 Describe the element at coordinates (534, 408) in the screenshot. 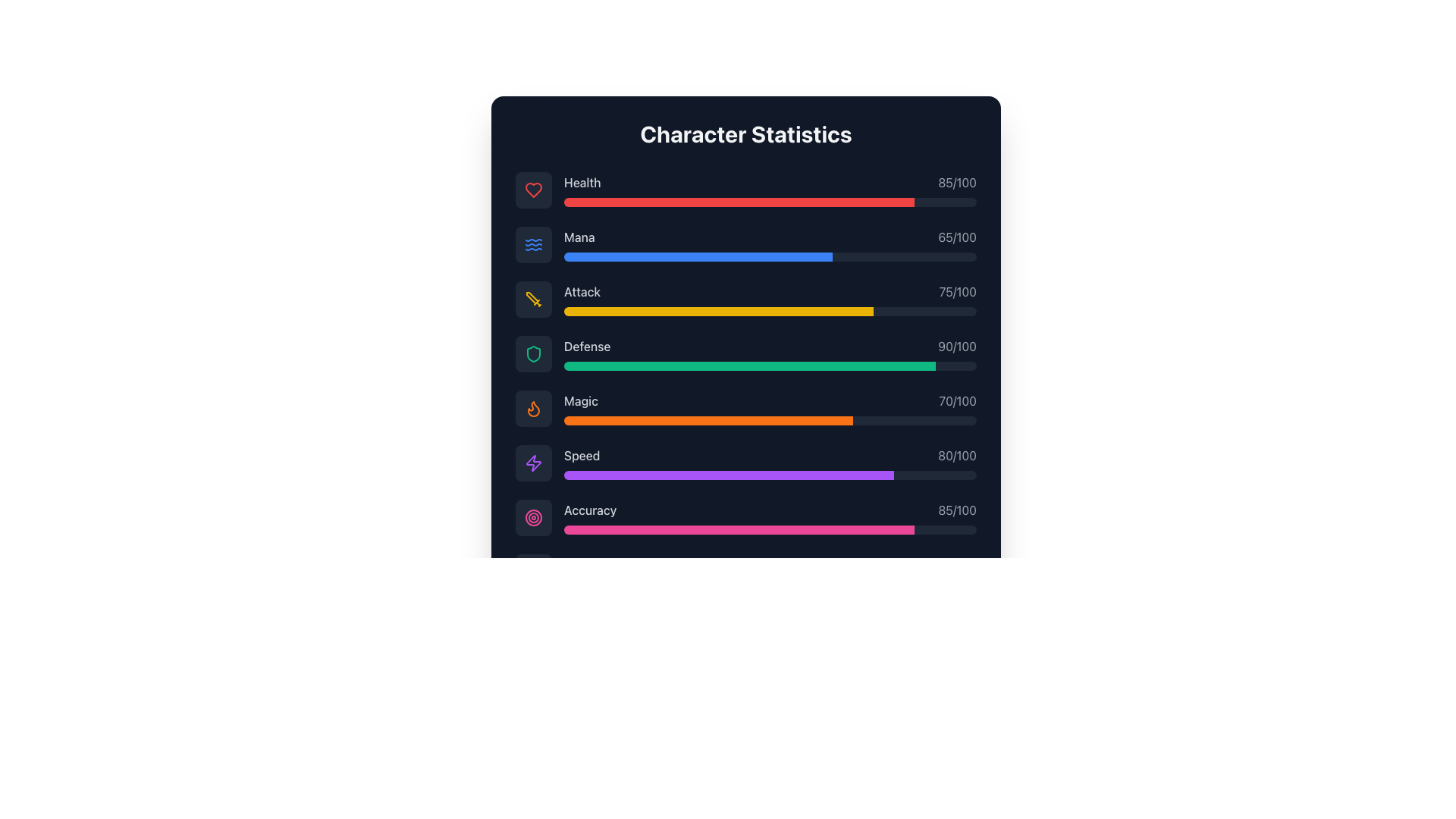

I see `the flame icon located in the fifth row of the statistics panel` at that location.